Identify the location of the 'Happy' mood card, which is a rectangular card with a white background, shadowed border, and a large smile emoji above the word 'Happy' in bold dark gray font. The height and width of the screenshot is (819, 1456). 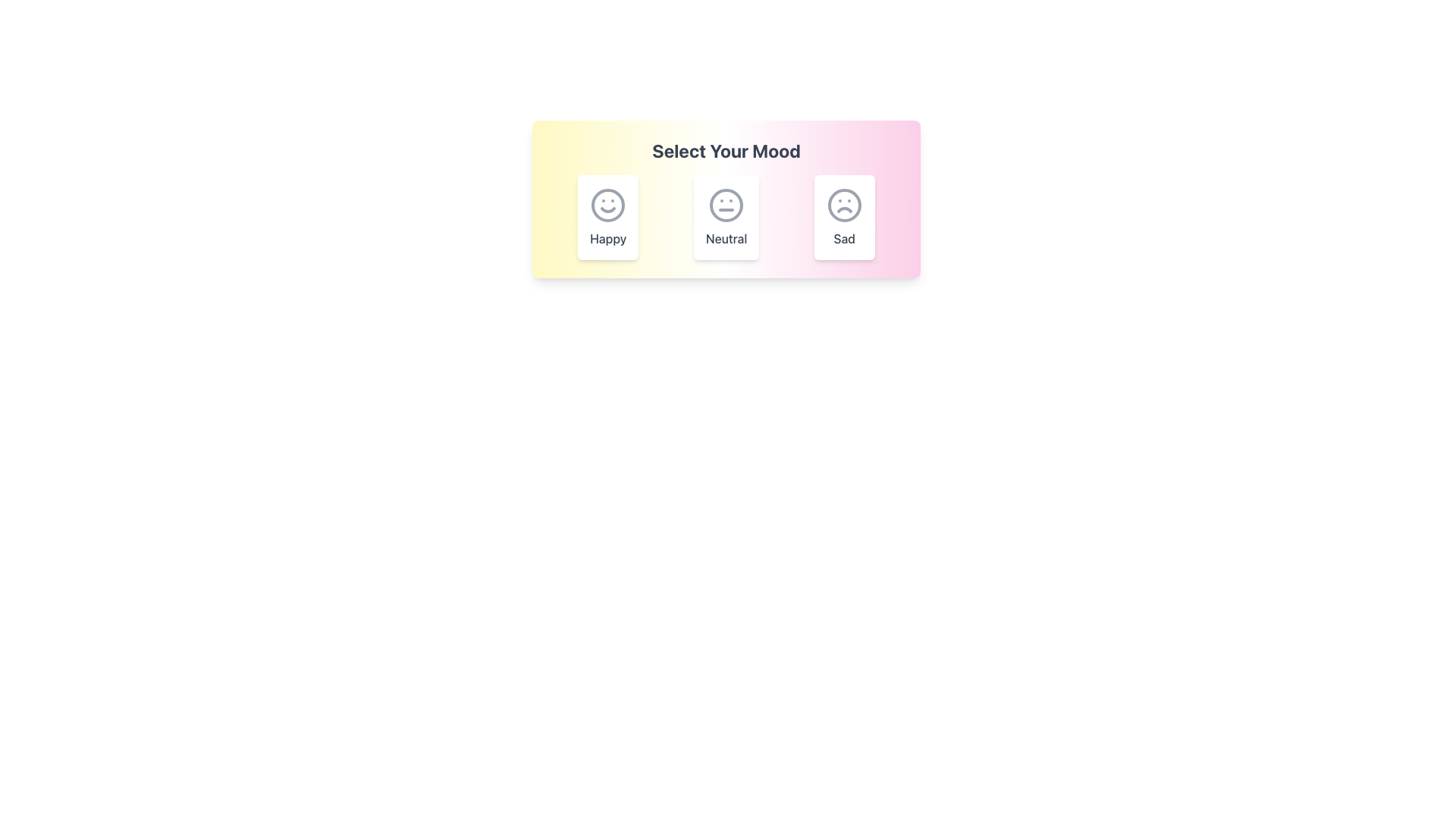
(607, 217).